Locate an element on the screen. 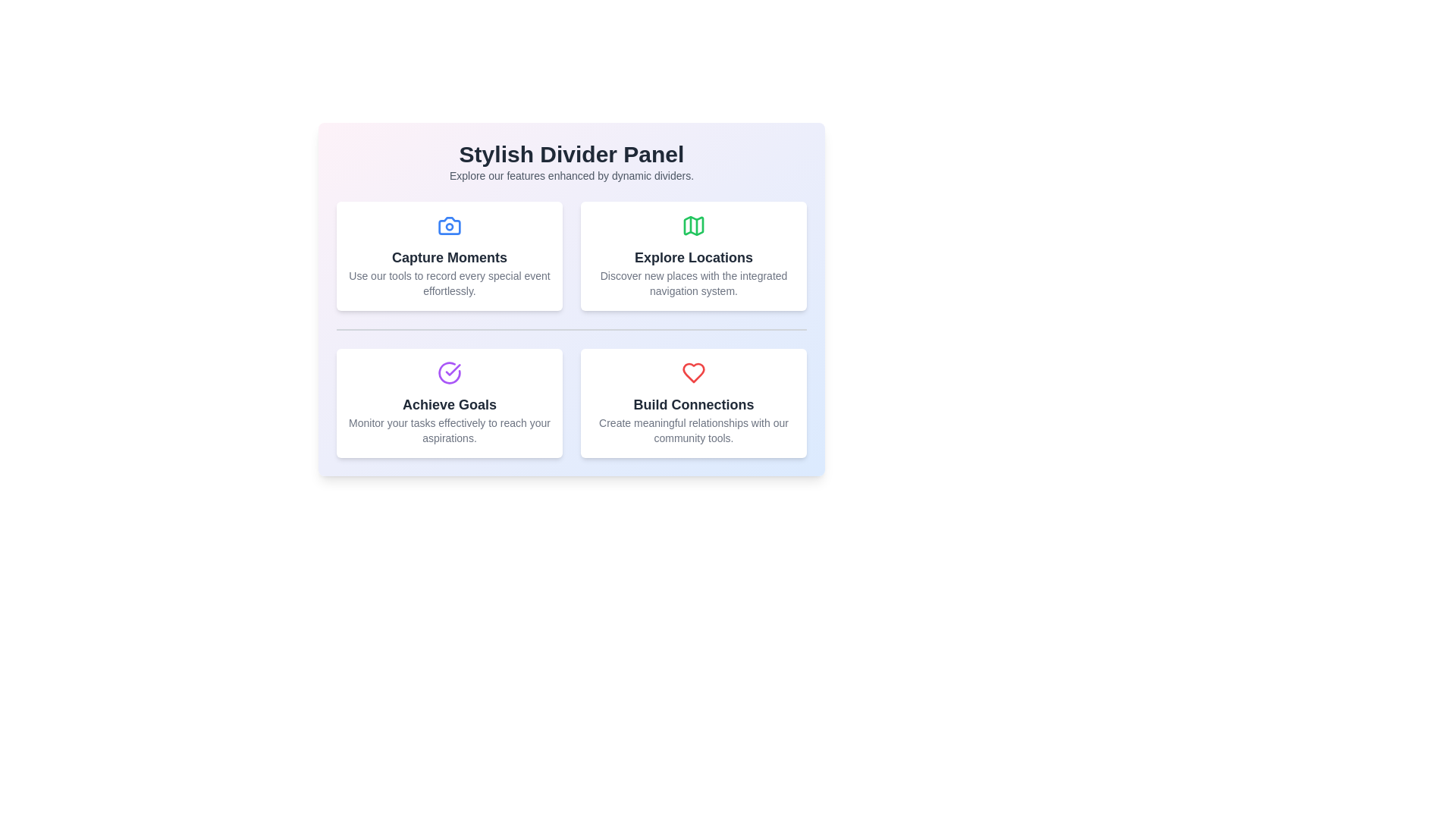 The height and width of the screenshot is (819, 1456). the static text heading located in the lower-left feature card, which serves as the main title conveying the purpose of the card's content is located at coordinates (449, 403).